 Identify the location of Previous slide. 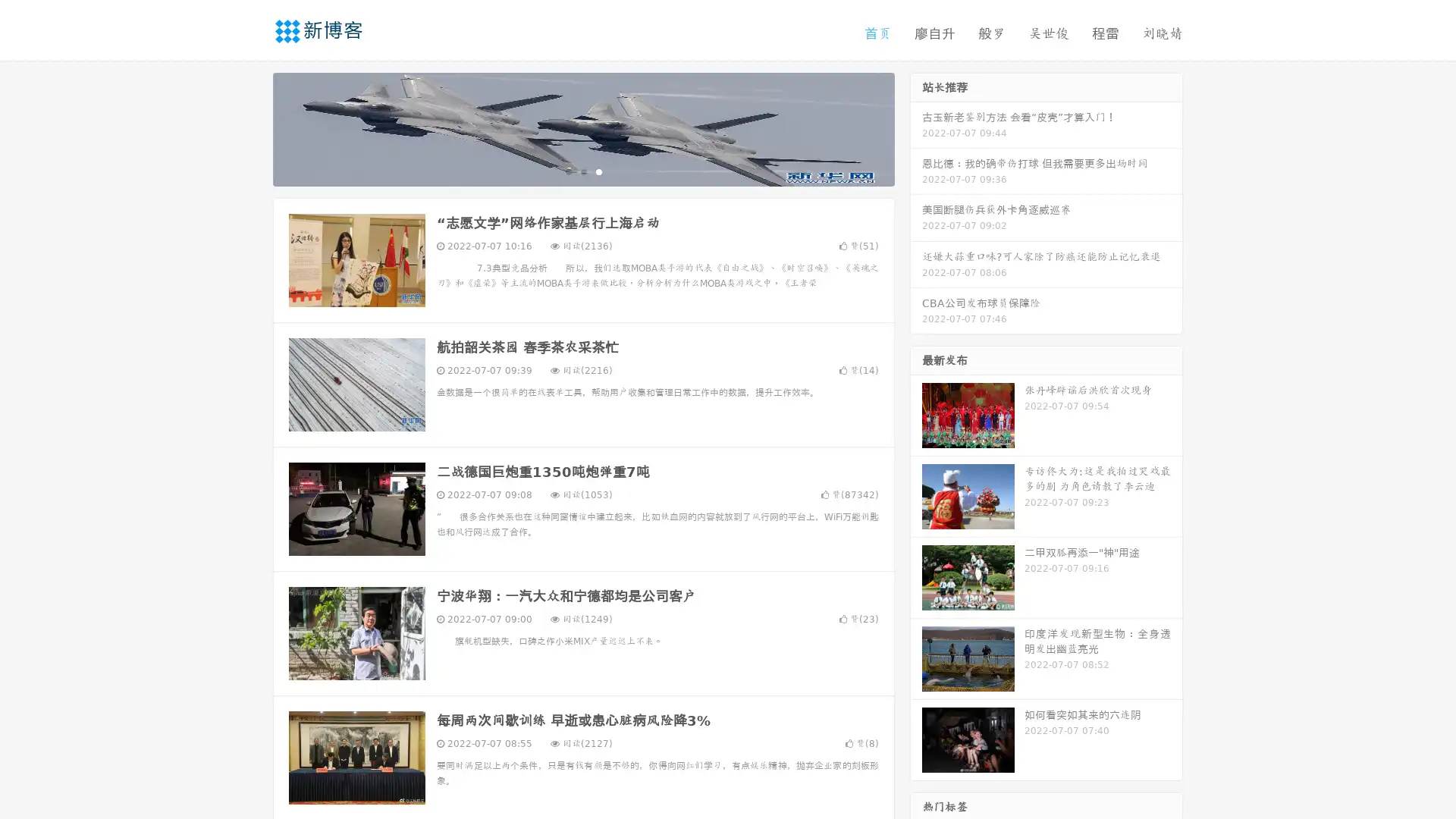
(250, 127).